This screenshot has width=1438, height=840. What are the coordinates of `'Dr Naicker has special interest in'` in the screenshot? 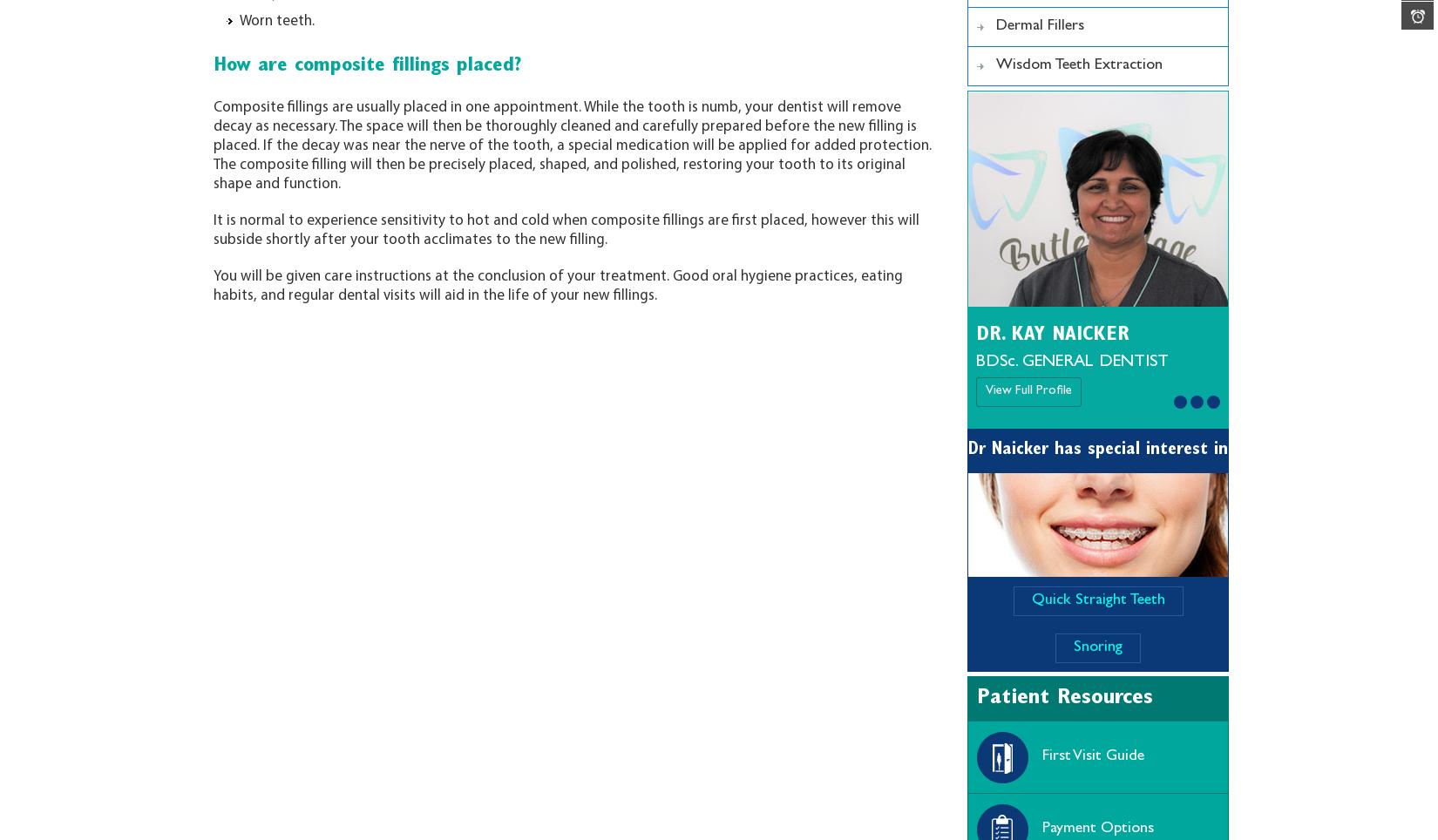 It's located at (1096, 449).